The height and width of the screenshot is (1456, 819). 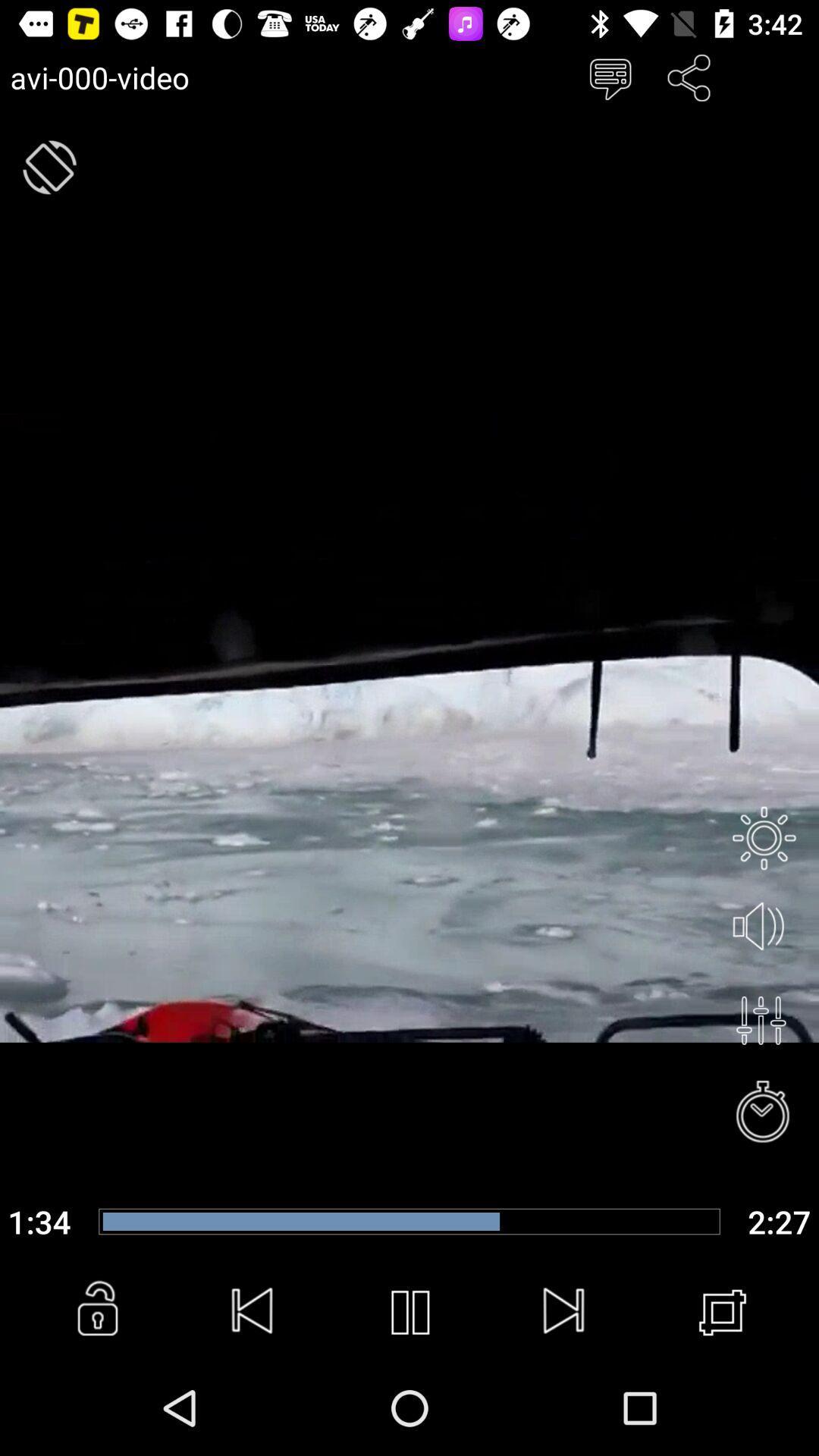 I want to click on the sliders icon, so click(x=761, y=1020).